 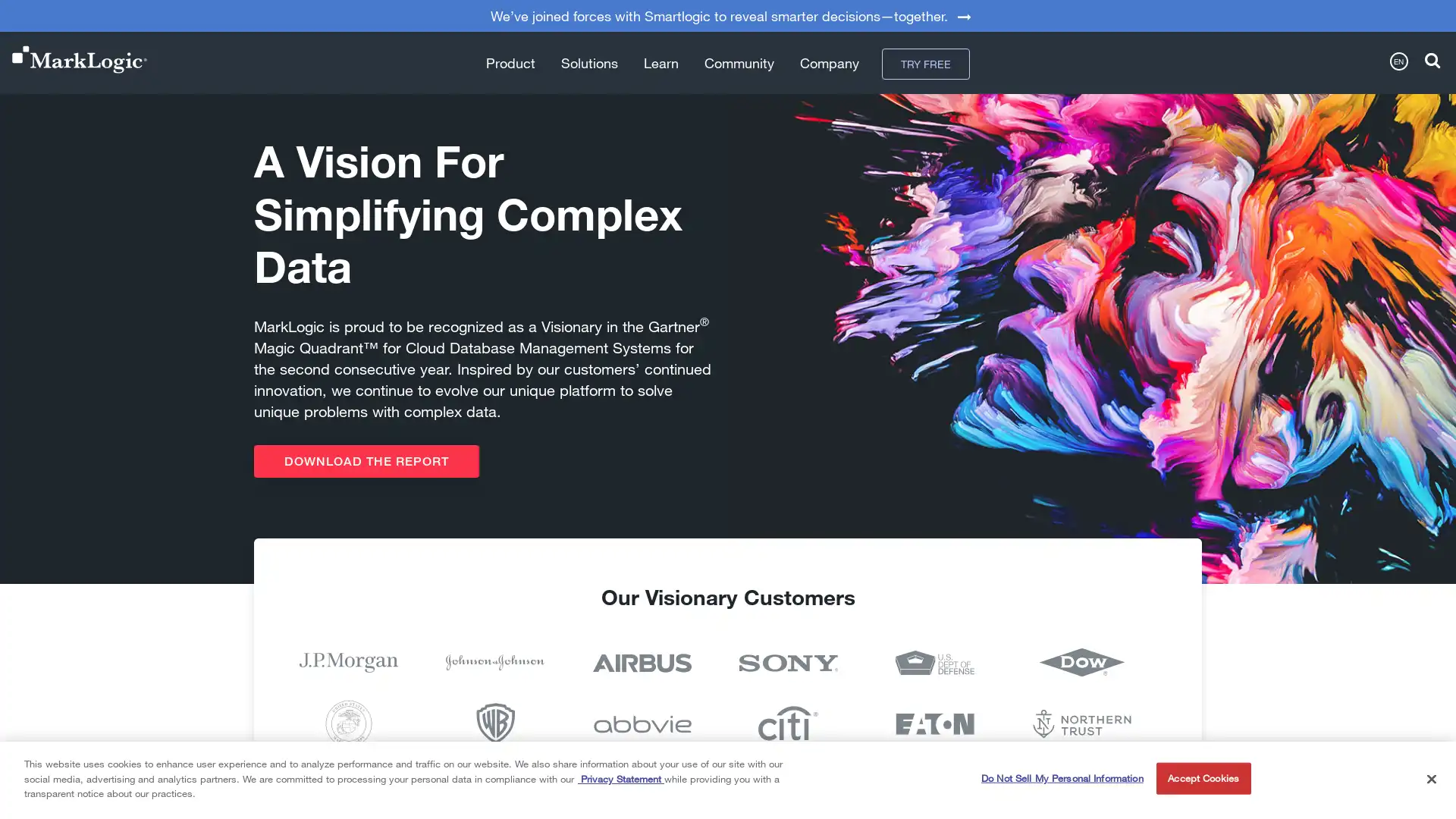 I want to click on Accept Cookies, so click(x=1202, y=778).